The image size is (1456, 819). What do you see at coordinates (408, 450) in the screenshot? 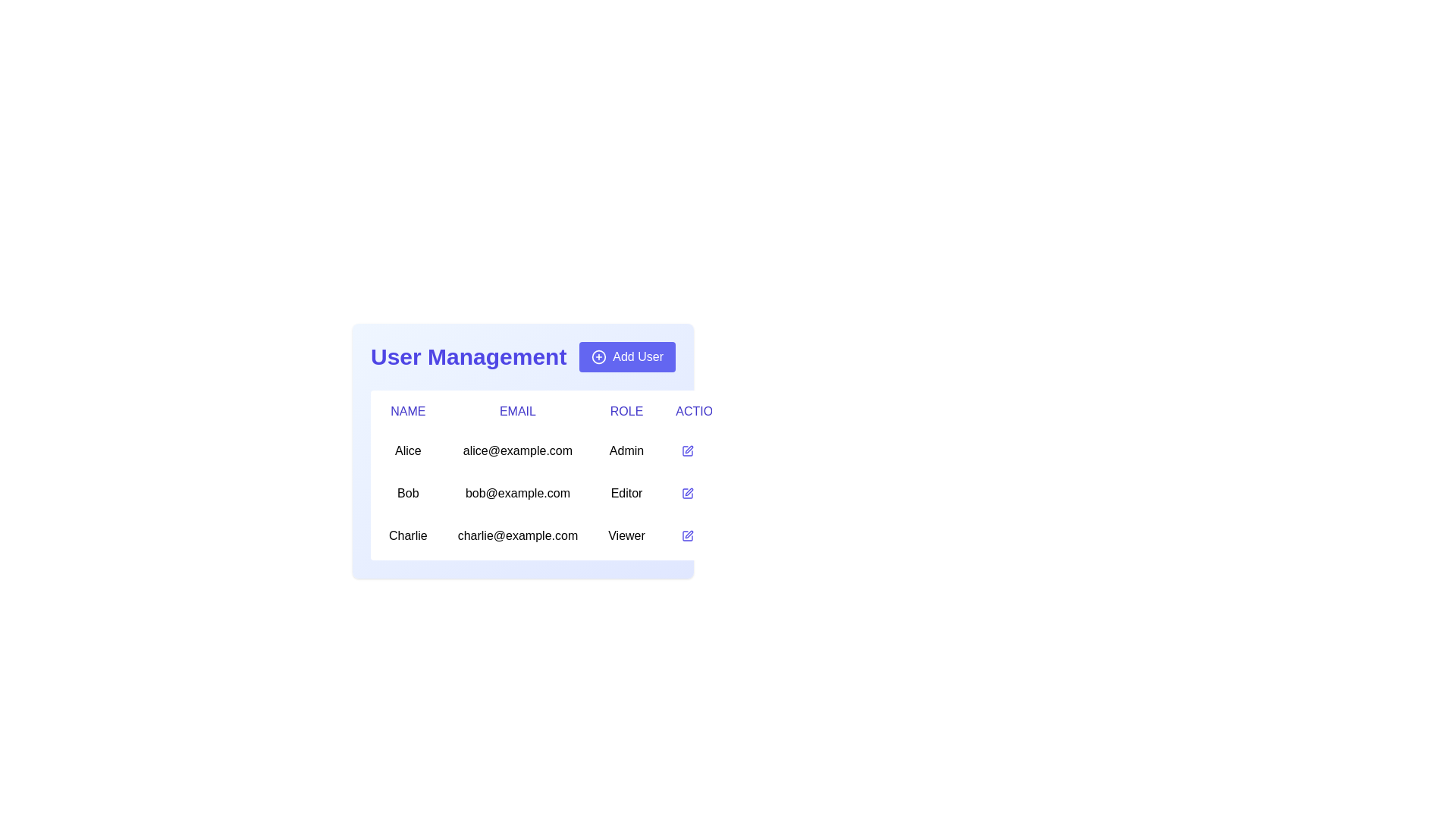
I see `the text label displaying the name 'Alice', which is the first item in the 'NAME' column of the user management table` at bounding box center [408, 450].